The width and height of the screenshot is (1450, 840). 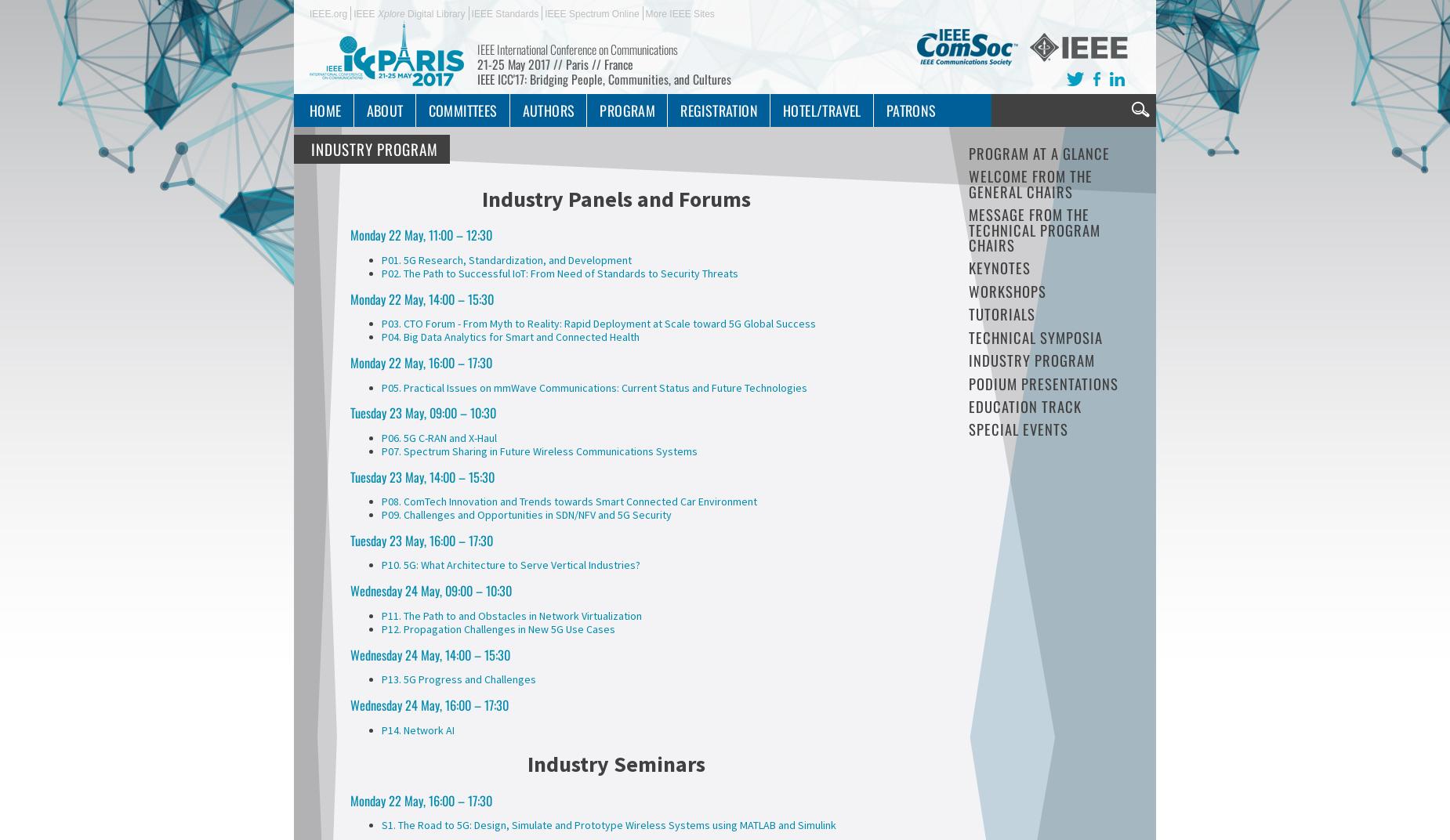 What do you see at coordinates (999, 267) in the screenshot?
I see `'Keynotes'` at bounding box center [999, 267].